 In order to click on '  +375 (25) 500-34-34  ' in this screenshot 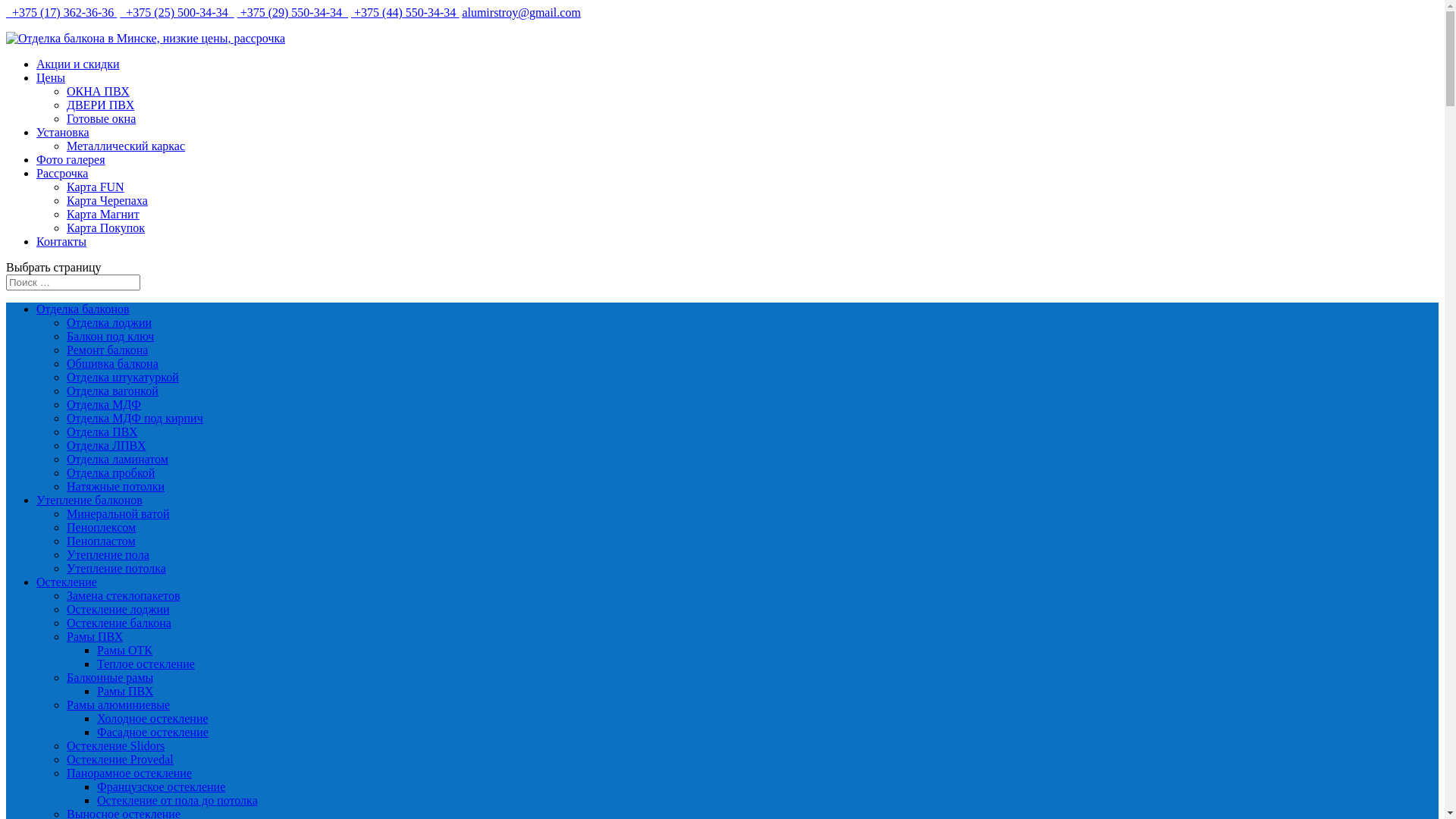, I will do `click(119, 12)`.